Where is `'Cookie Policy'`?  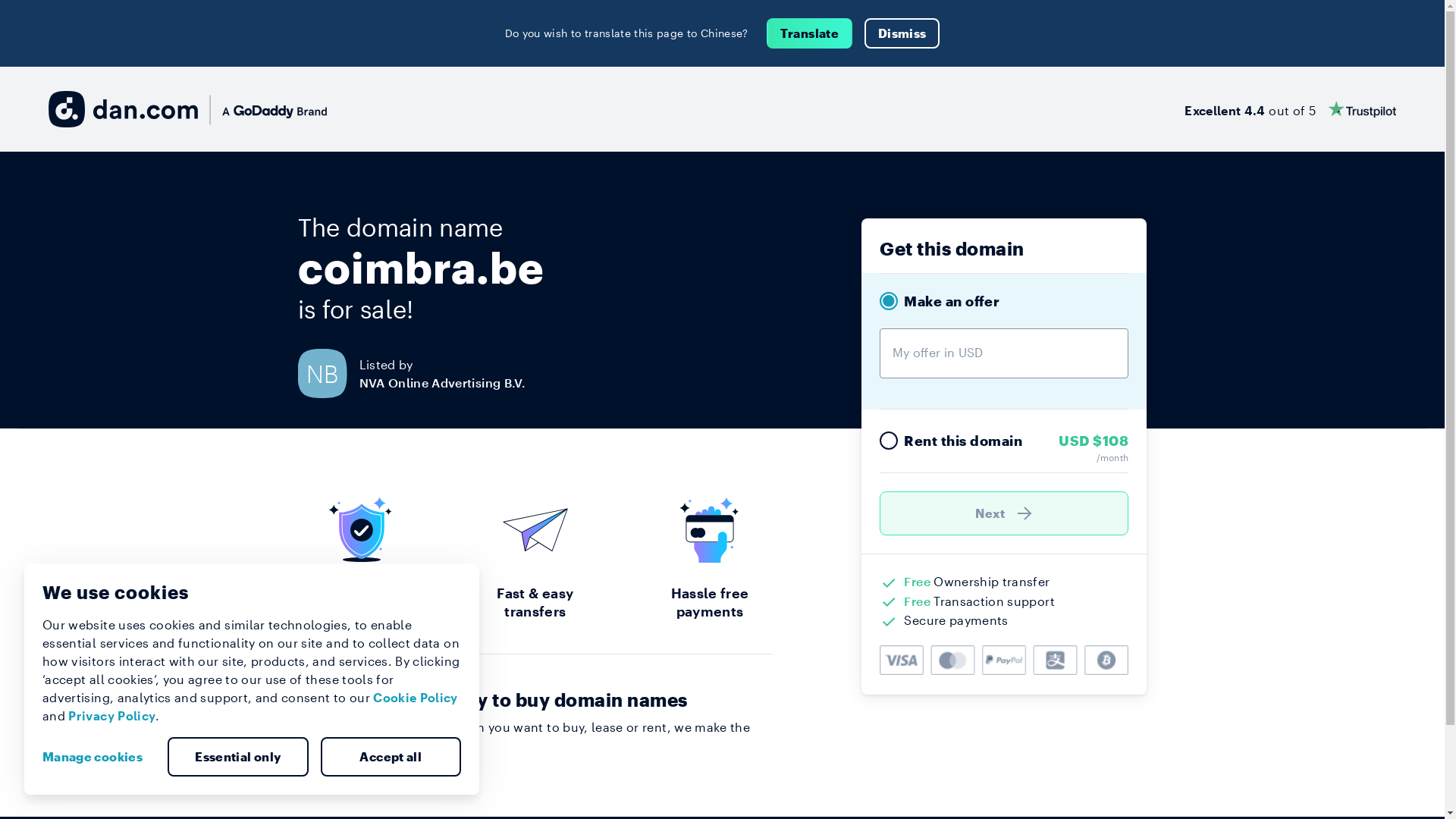 'Cookie Policy' is located at coordinates (415, 697).